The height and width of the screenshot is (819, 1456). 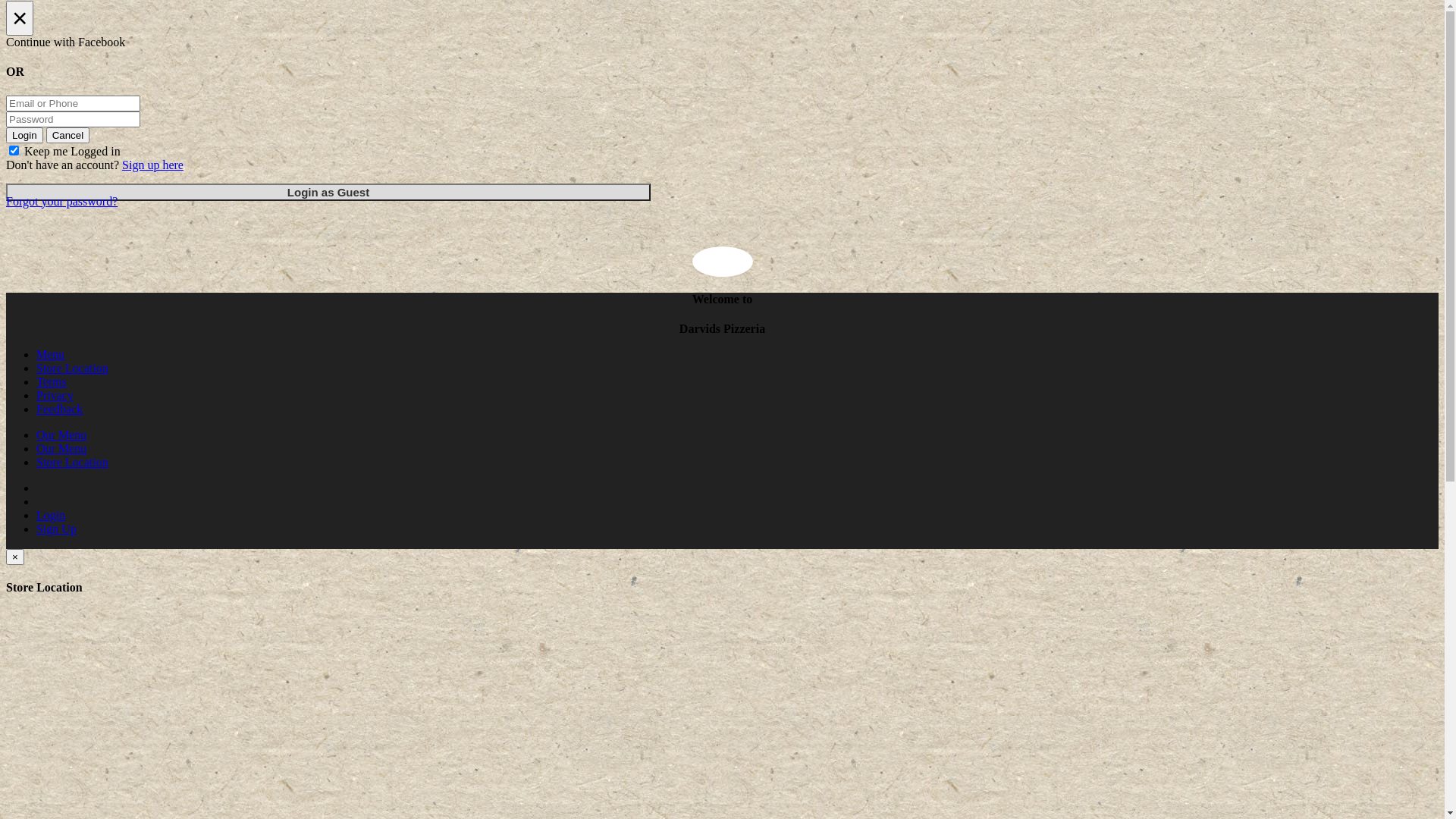 What do you see at coordinates (50, 354) in the screenshot?
I see `'Menu'` at bounding box center [50, 354].